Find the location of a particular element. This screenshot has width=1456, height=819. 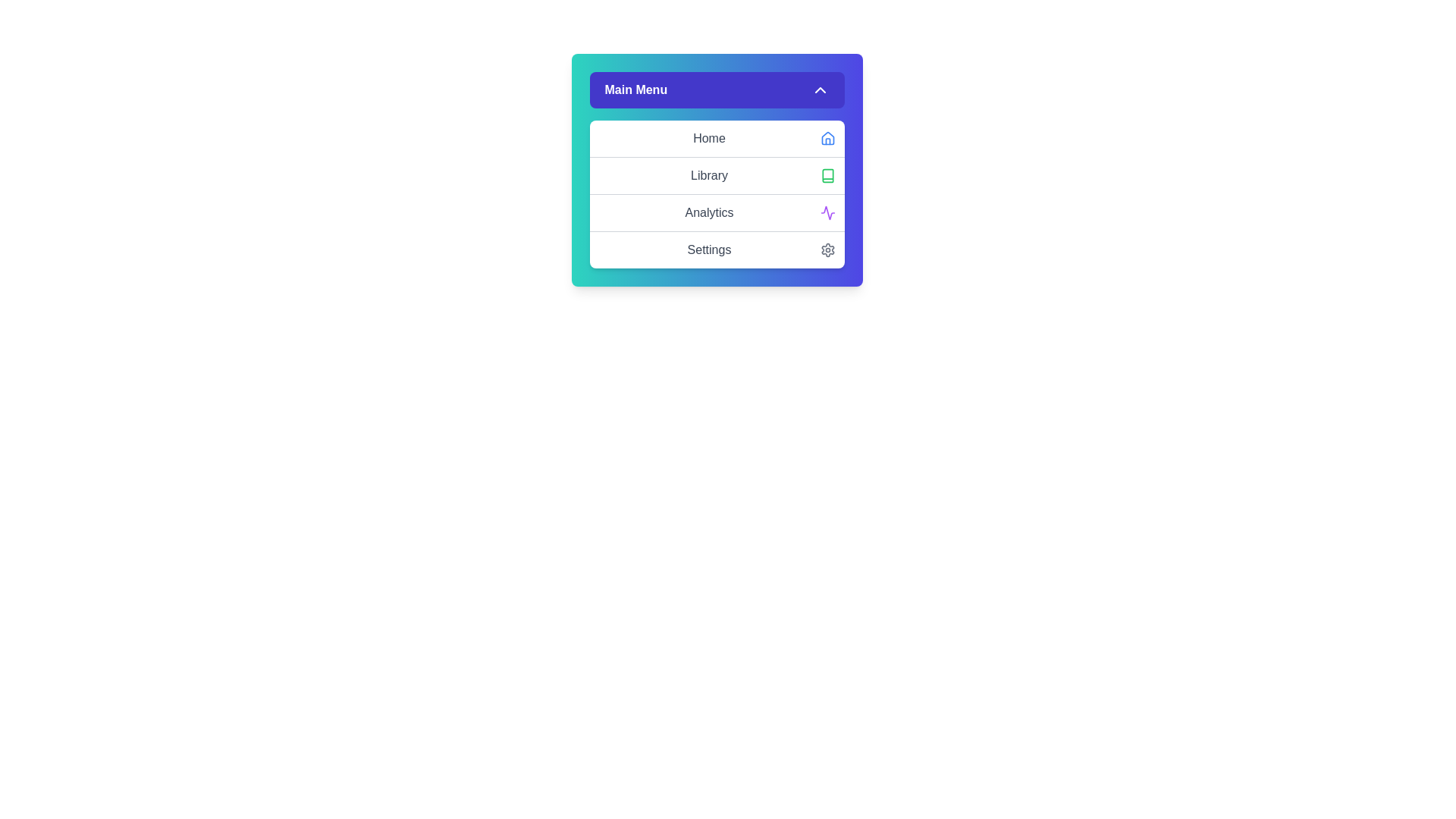

the icon associated with the Settings menu item is located at coordinates (827, 249).